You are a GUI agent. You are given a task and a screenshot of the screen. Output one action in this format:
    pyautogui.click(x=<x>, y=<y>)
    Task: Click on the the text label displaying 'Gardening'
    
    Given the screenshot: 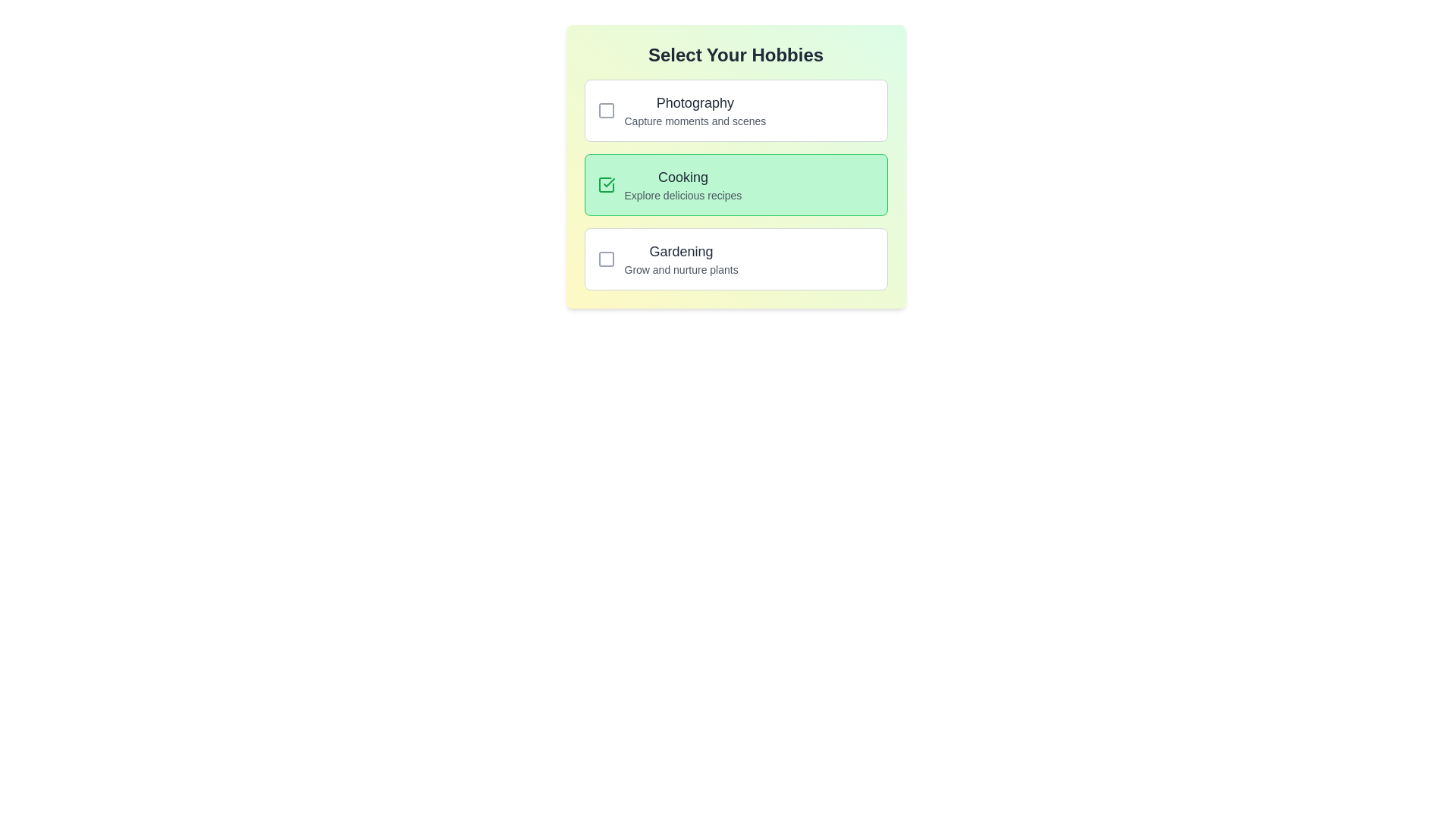 What is the action you would take?
    pyautogui.click(x=680, y=250)
    